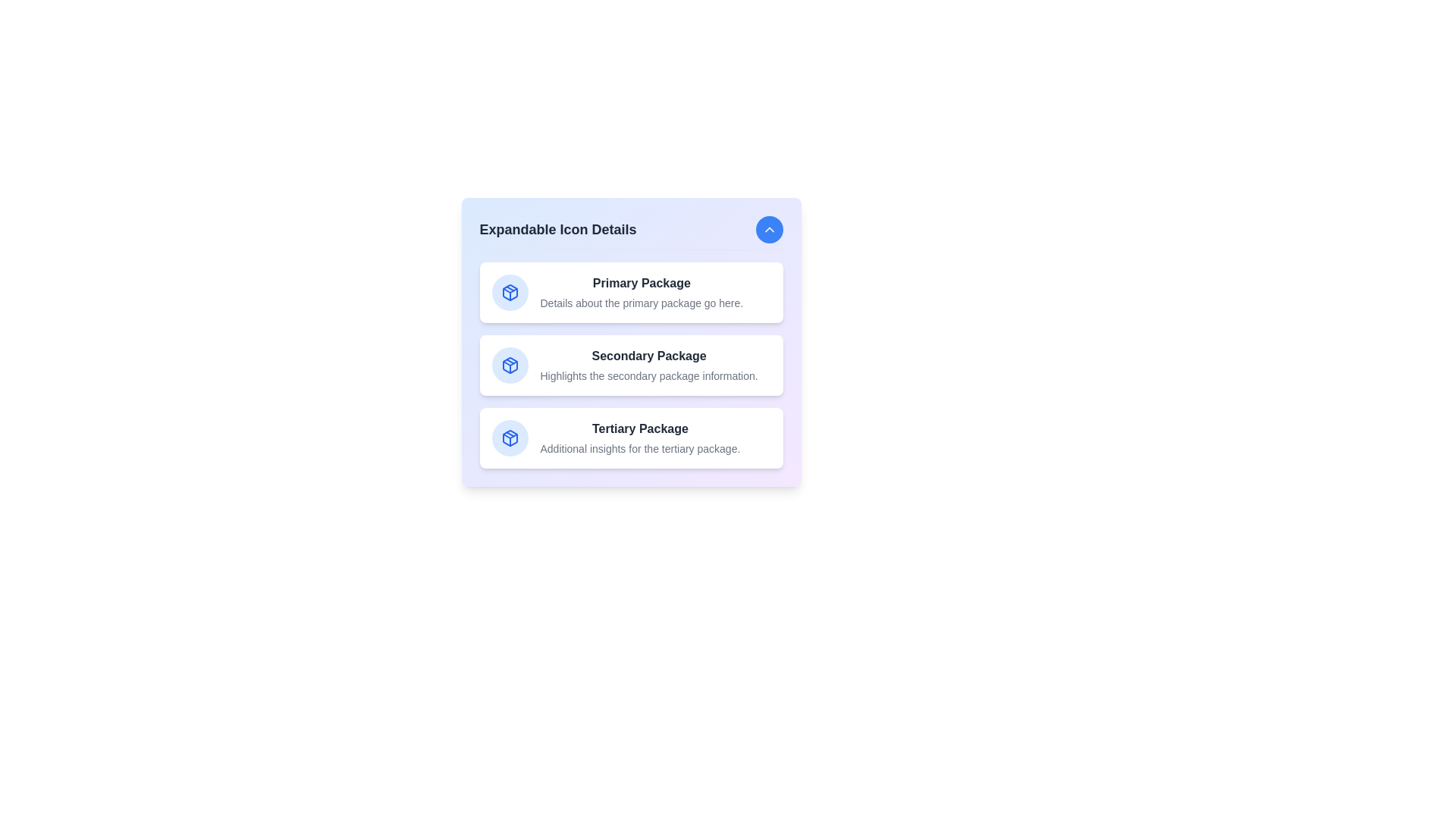 This screenshot has width=1456, height=819. I want to click on the heading or title text of the second package section, which serves as a quick identifier for the content related to the secondary package, so click(649, 356).